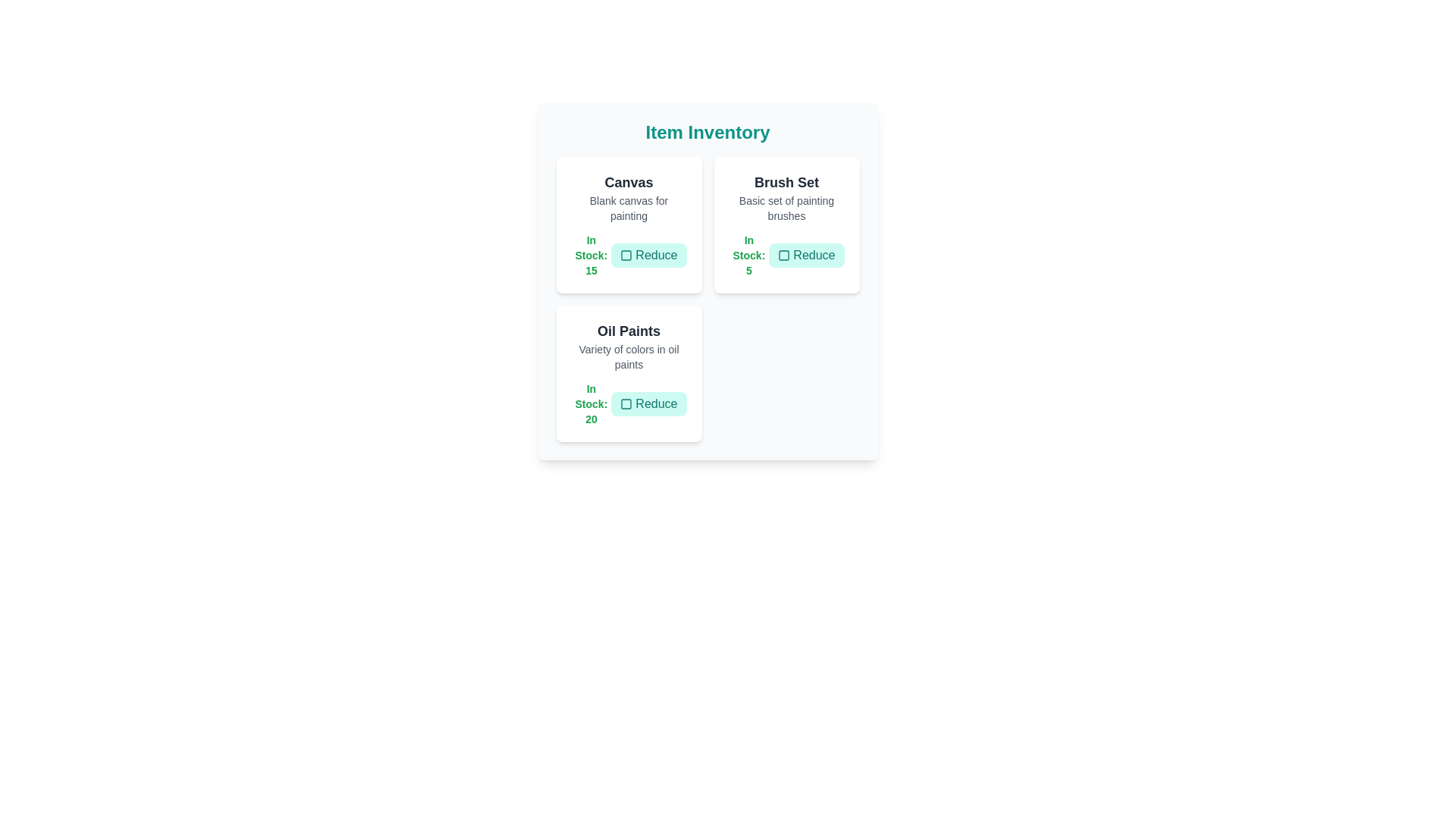 The image size is (1456, 819). What do you see at coordinates (629, 374) in the screenshot?
I see `the item card for Oil Paints` at bounding box center [629, 374].